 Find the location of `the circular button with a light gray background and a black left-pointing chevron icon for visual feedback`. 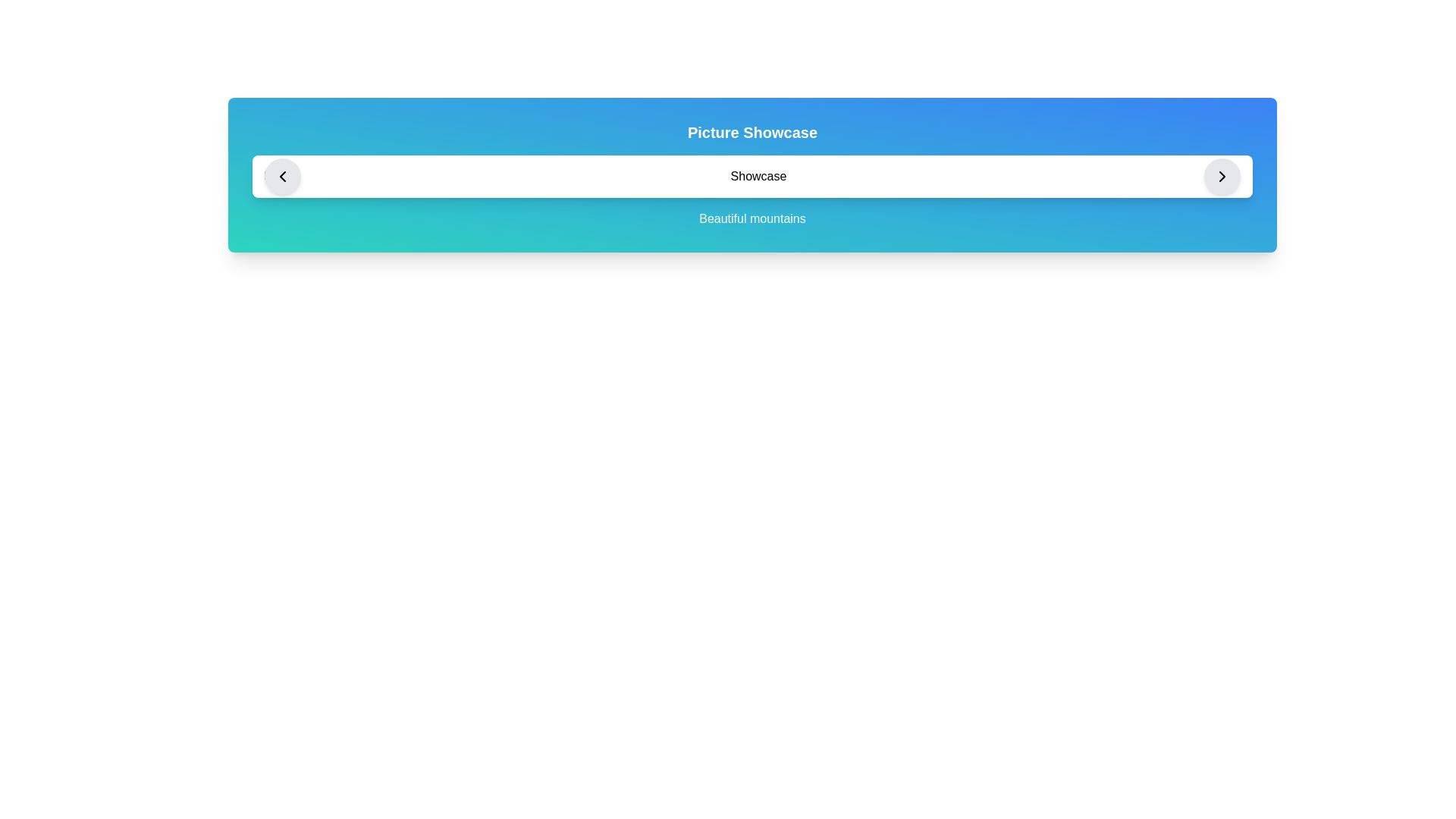

the circular button with a light gray background and a black left-pointing chevron icon for visual feedback is located at coordinates (283, 175).